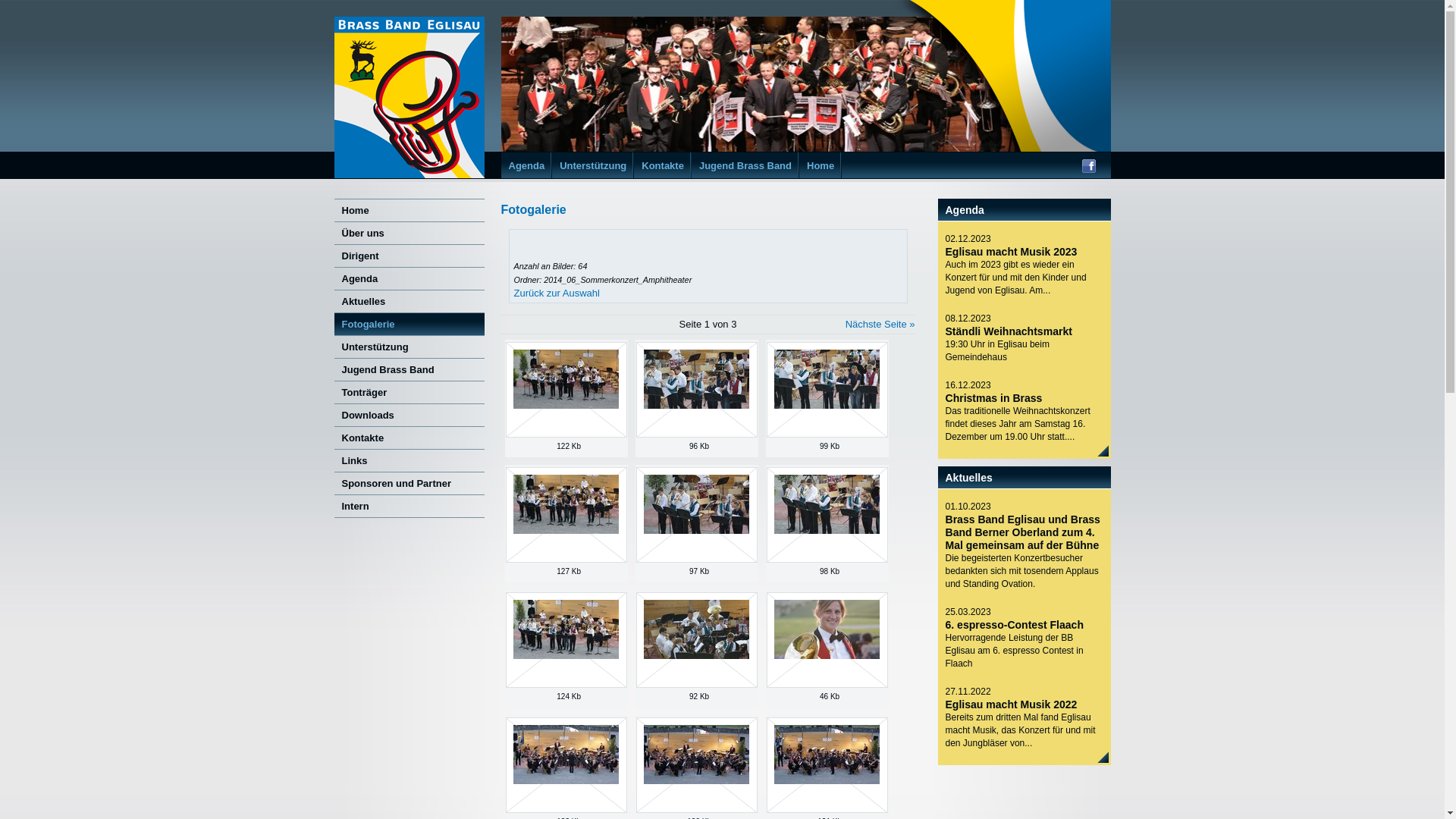 The image size is (1456, 819). I want to click on 'Dirigent', so click(333, 254).